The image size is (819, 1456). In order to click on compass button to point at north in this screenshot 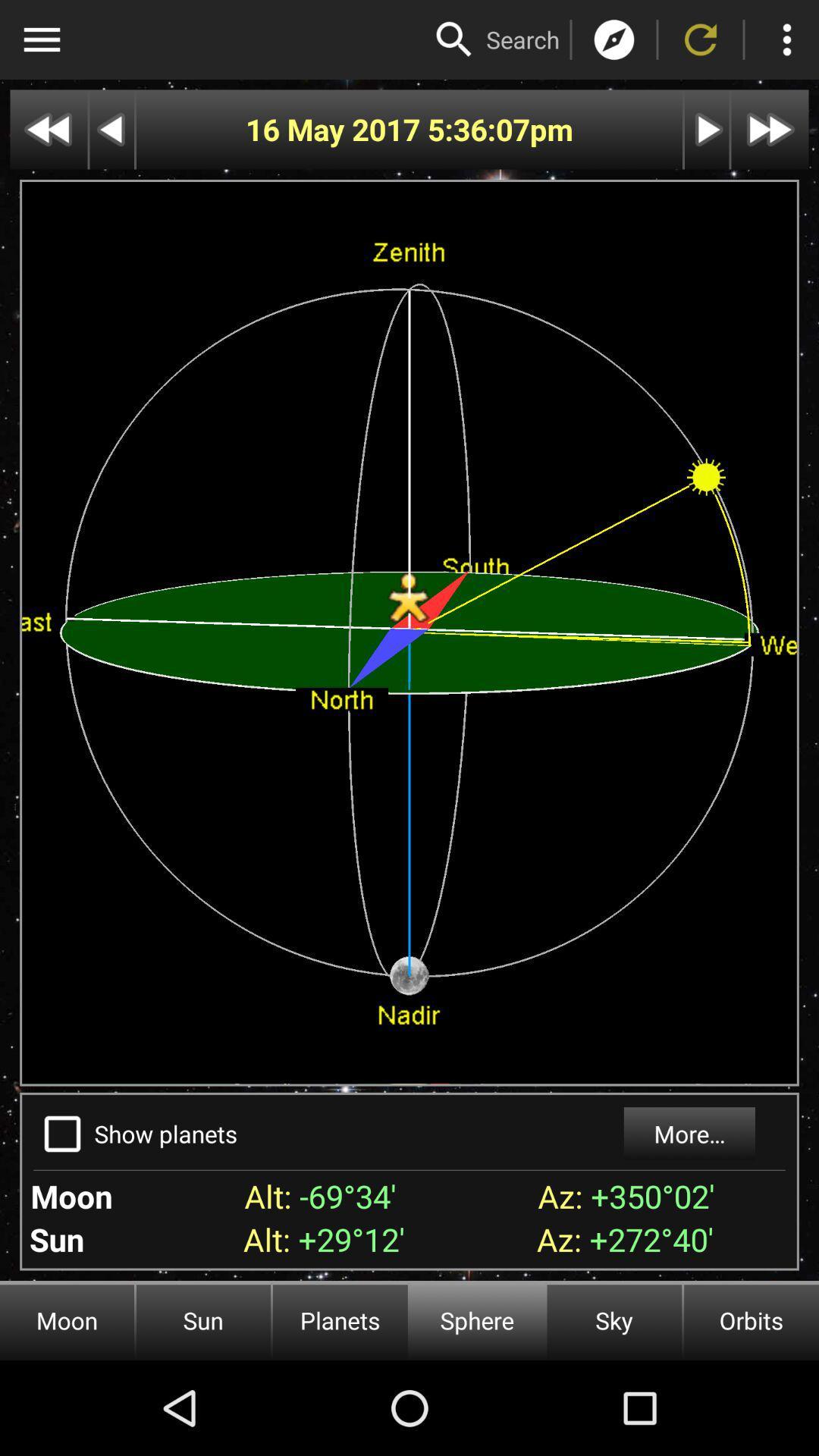, I will do `click(614, 39)`.